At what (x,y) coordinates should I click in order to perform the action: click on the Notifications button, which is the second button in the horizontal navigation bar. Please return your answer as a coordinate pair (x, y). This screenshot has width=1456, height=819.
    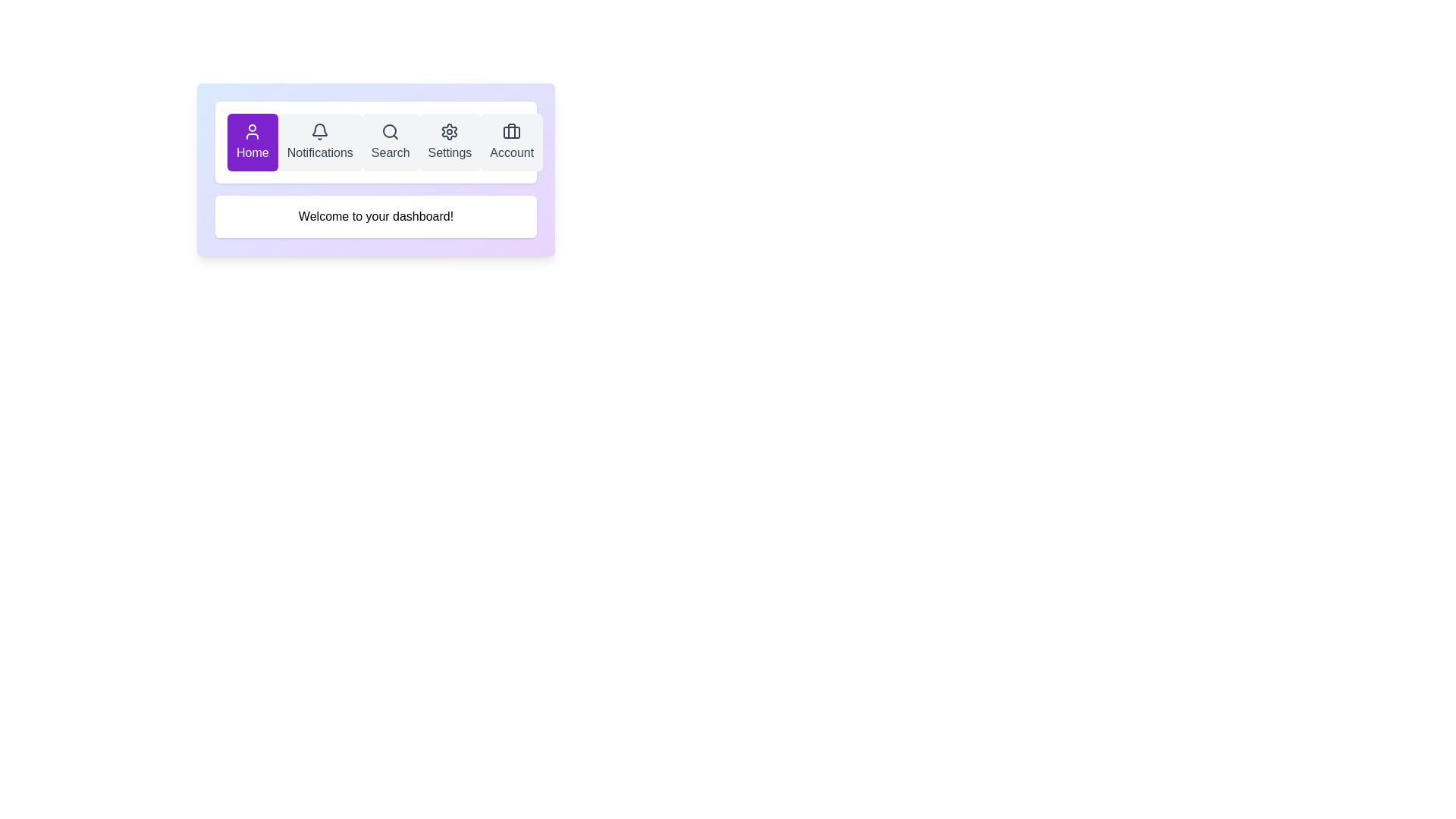
    Looking at the image, I should click on (319, 143).